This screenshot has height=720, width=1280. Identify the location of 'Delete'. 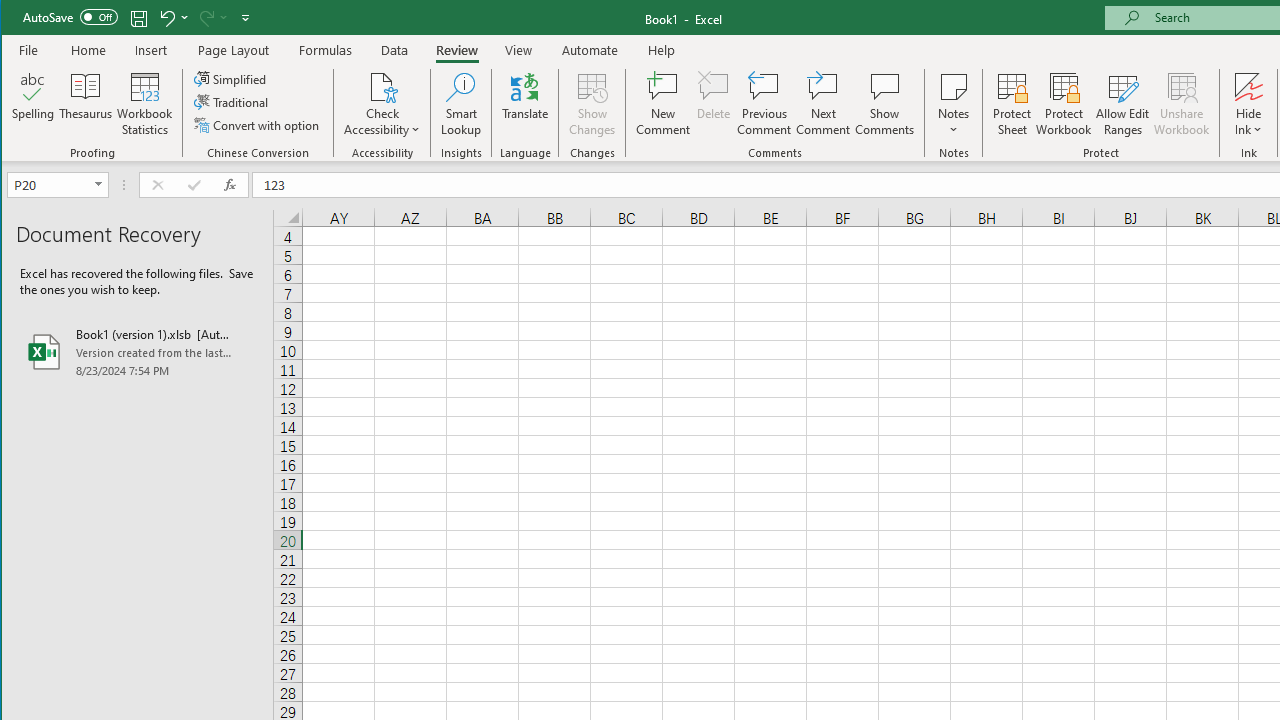
(713, 104).